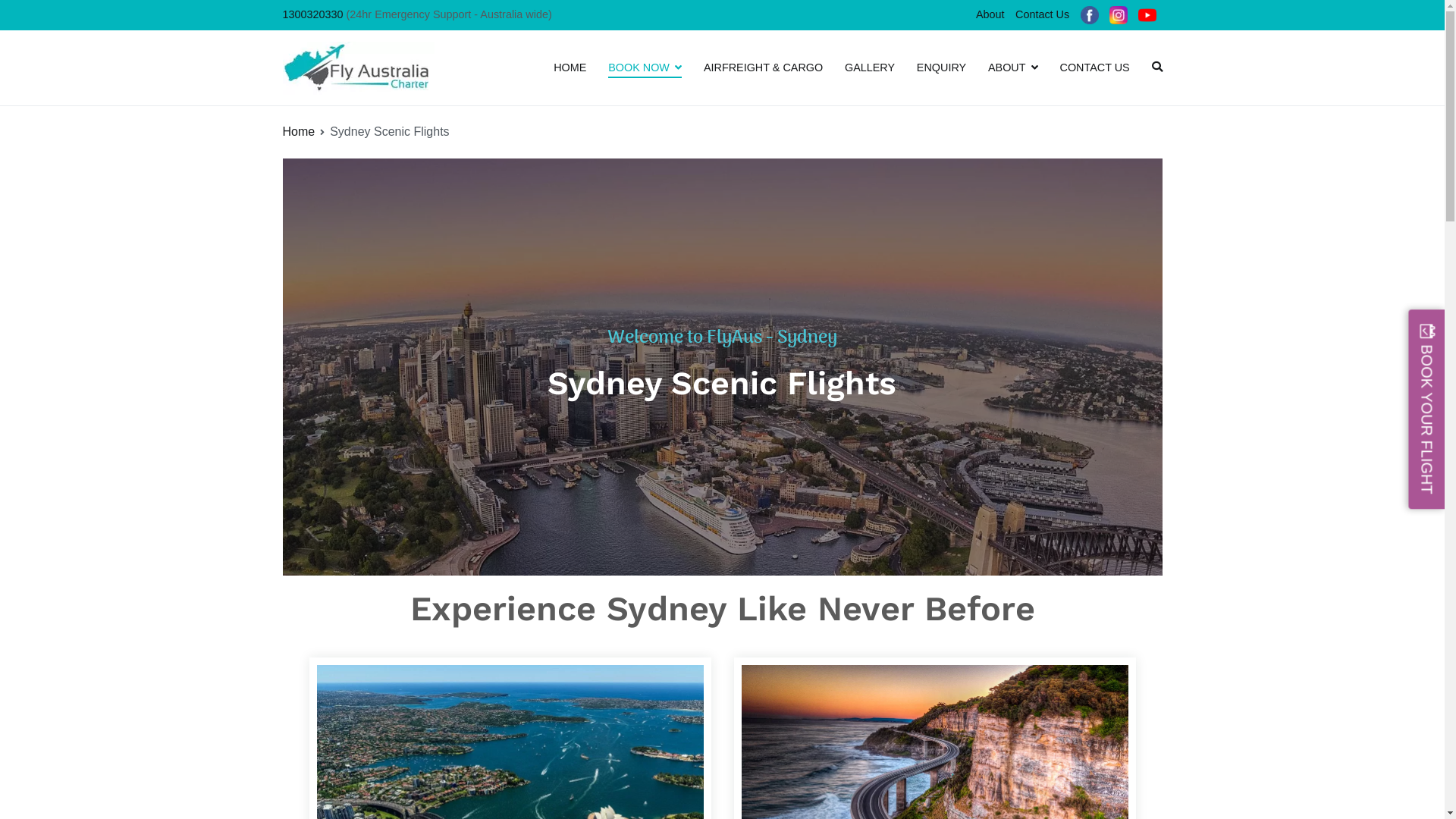 The height and width of the screenshot is (819, 1456). Describe the element at coordinates (1012, 67) in the screenshot. I see `'ABOUT'` at that location.